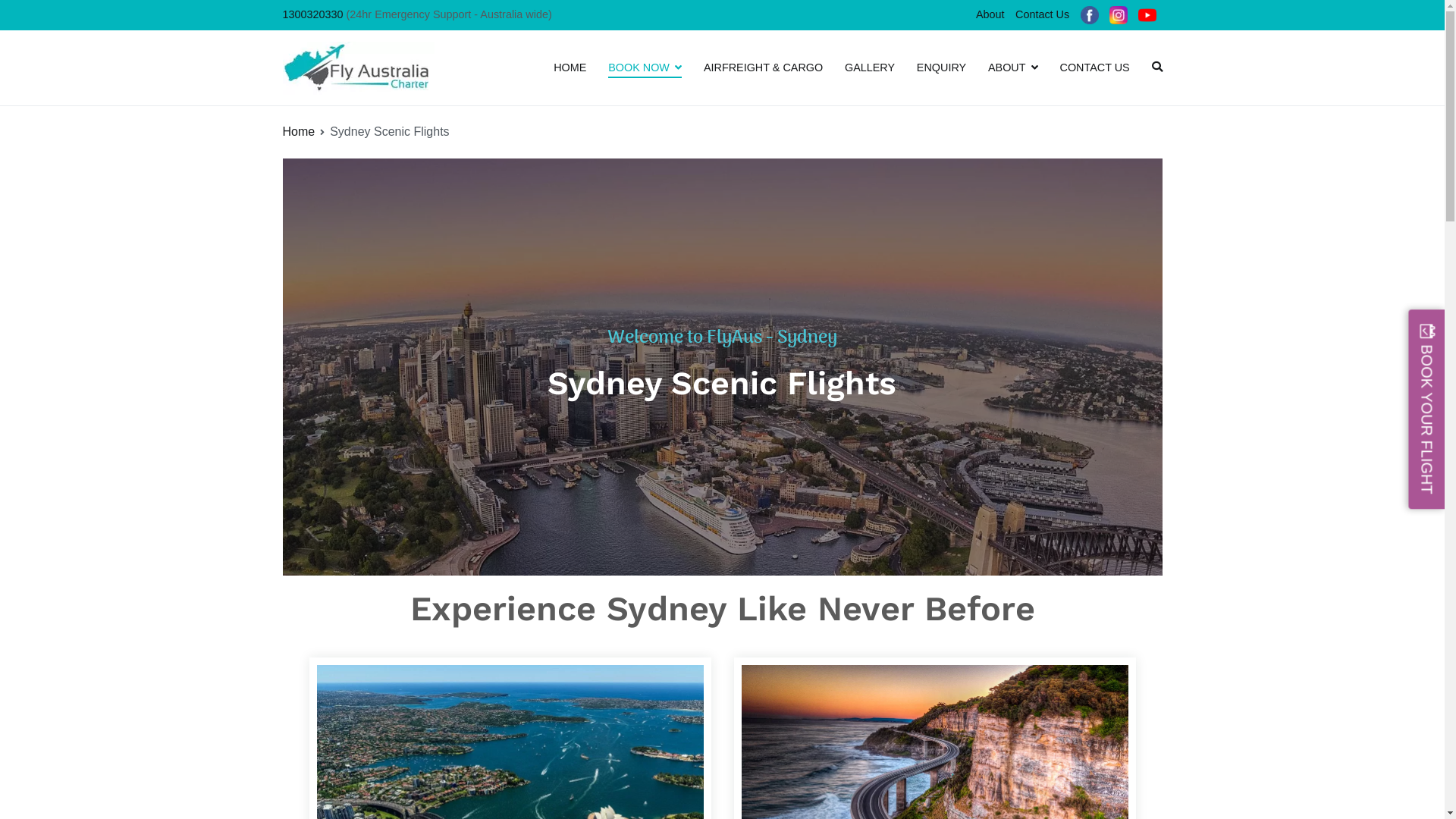 The height and width of the screenshot is (819, 1456). Describe the element at coordinates (1012, 67) in the screenshot. I see `'ABOUT'` at that location.